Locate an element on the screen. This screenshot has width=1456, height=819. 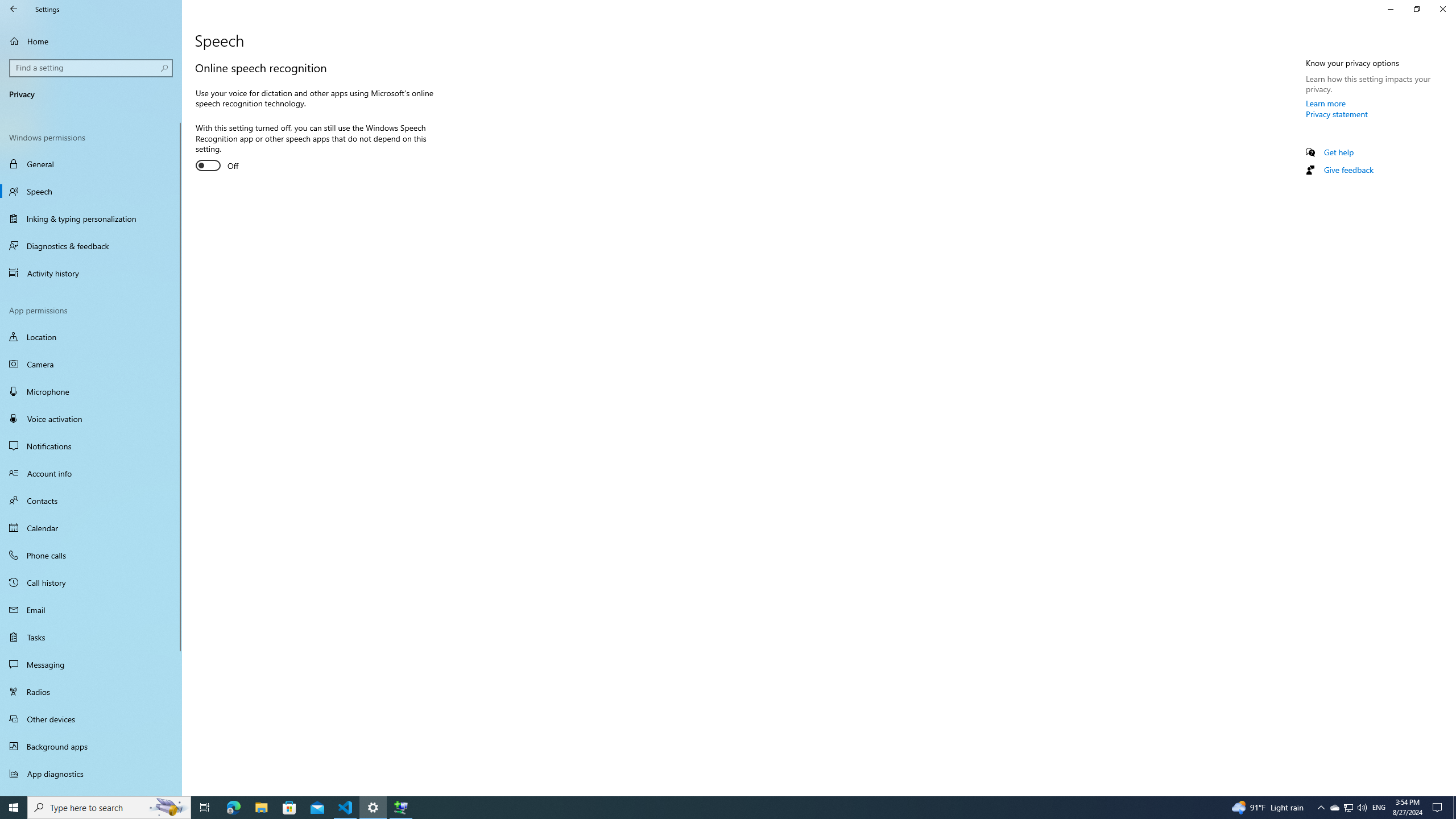
'Notifications' is located at coordinates (90, 446).